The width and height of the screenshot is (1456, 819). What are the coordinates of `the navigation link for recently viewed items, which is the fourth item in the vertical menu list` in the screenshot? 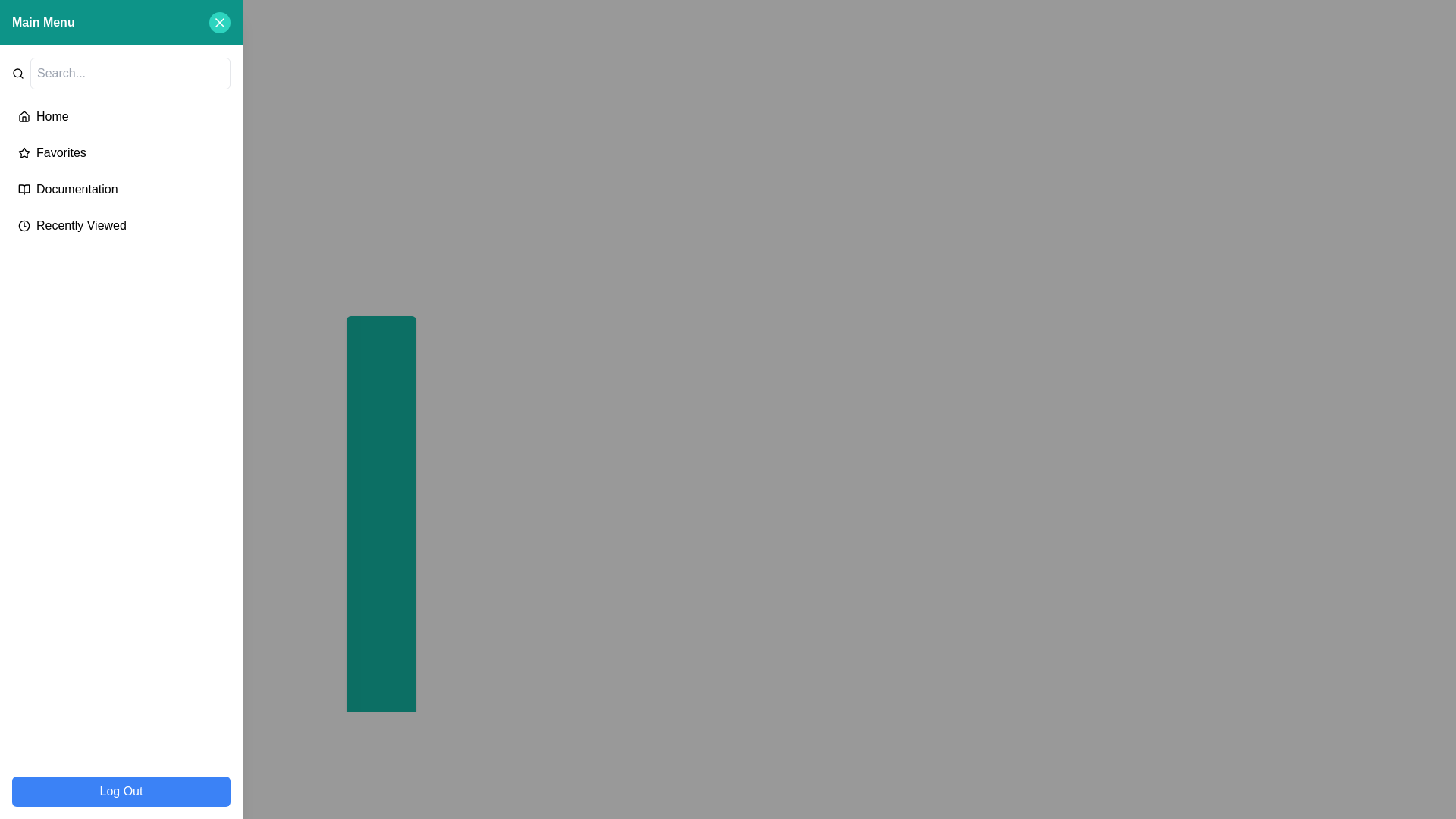 It's located at (120, 225).